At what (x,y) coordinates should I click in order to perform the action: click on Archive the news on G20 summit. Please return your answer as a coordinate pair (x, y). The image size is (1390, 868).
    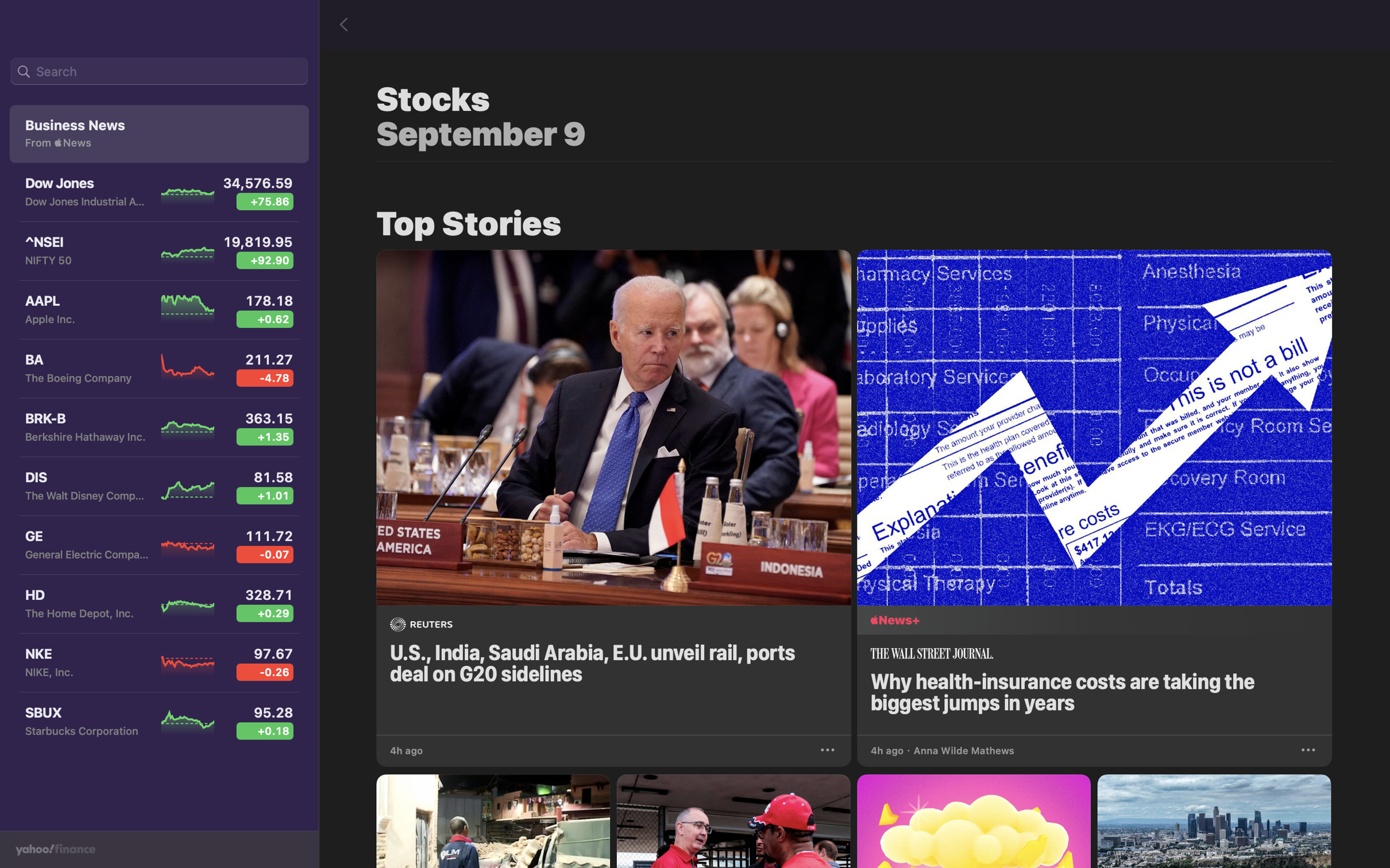
    Looking at the image, I should click on (829, 748).